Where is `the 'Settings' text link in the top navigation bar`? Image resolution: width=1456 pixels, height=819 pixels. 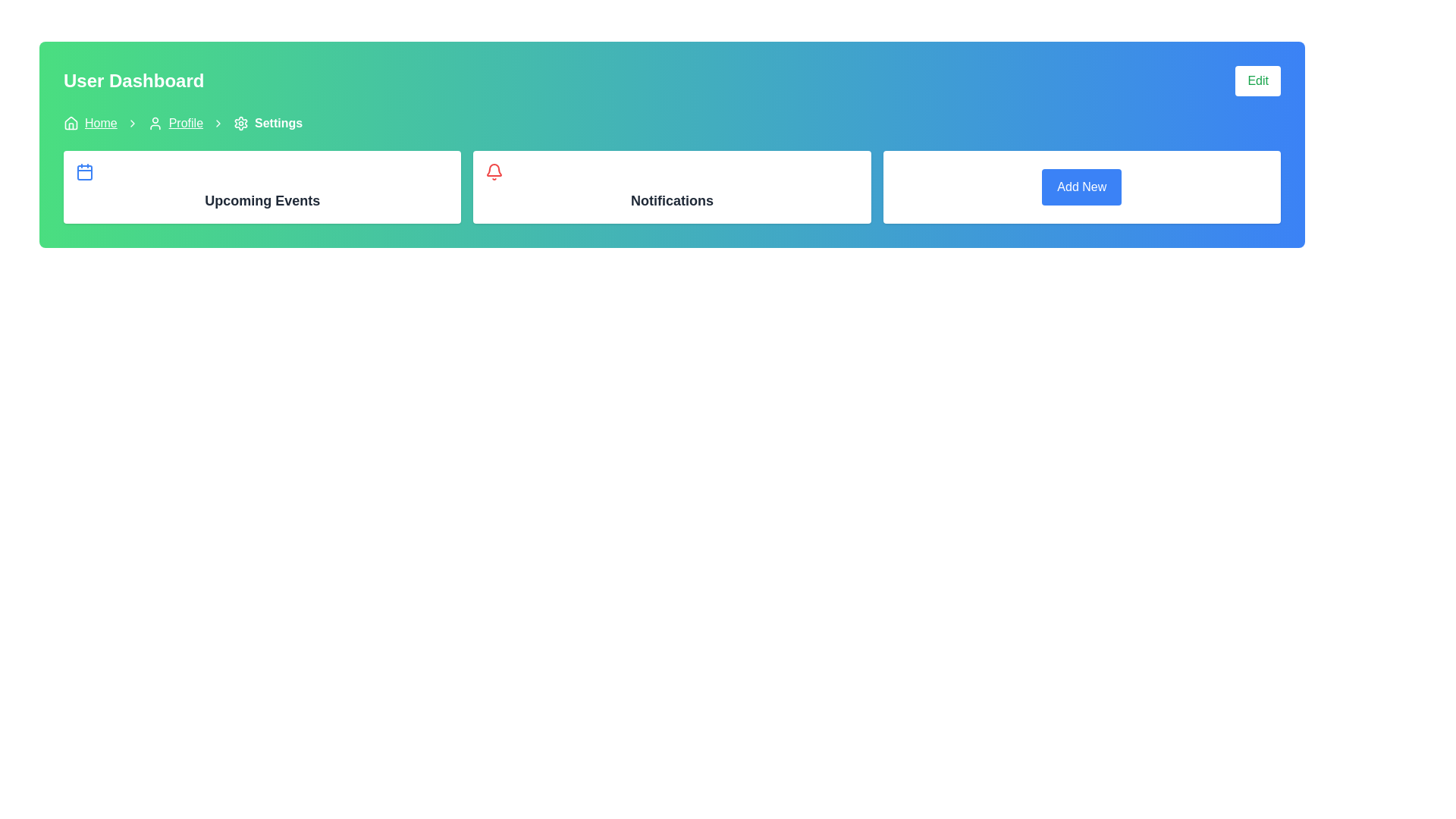
the 'Settings' text link in the top navigation bar is located at coordinates (278, 122).